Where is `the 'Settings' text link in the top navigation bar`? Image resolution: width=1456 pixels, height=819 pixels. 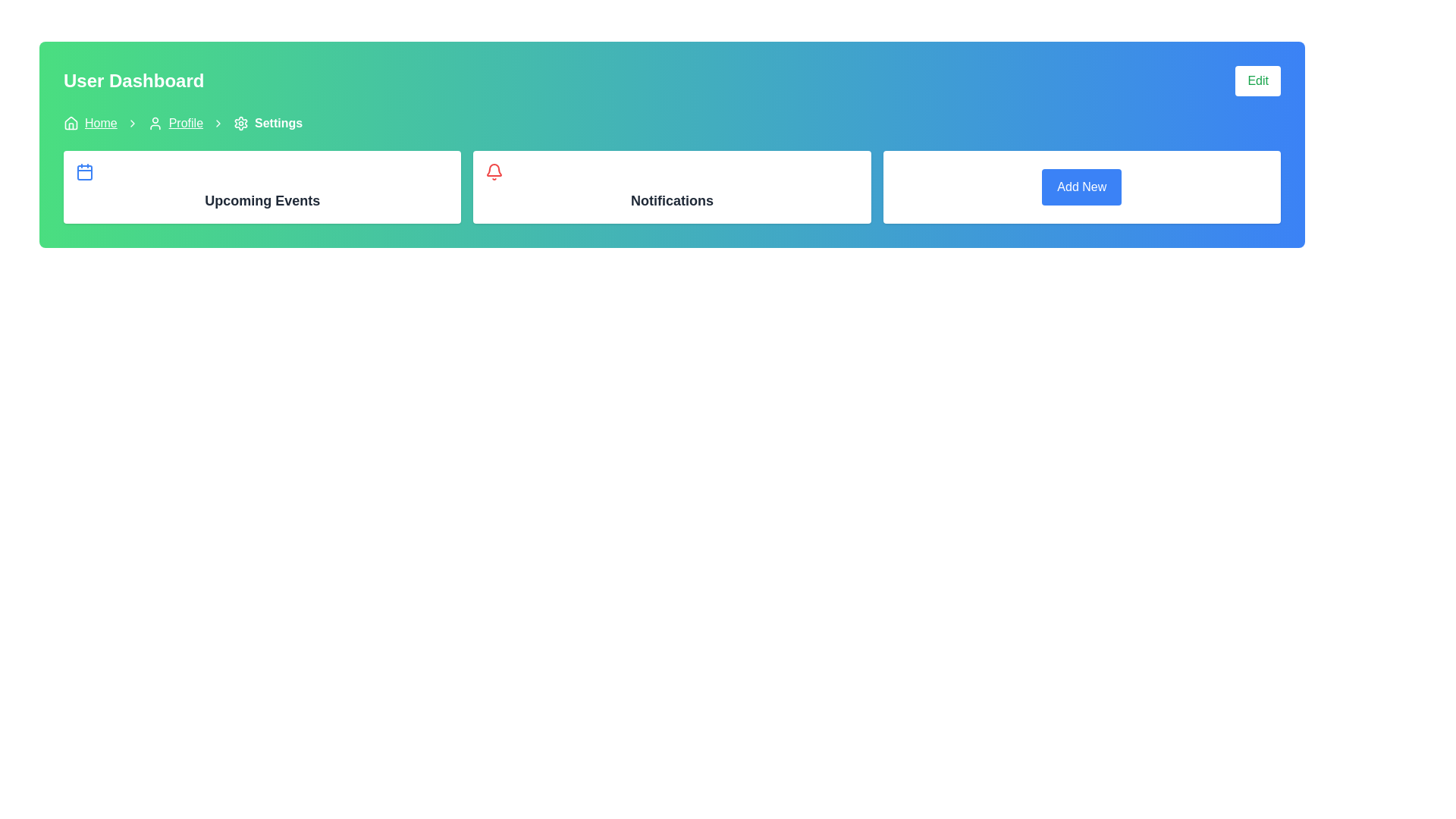
the 'Settings' text link in the top navigation bar is located at coordinates (278, 122).